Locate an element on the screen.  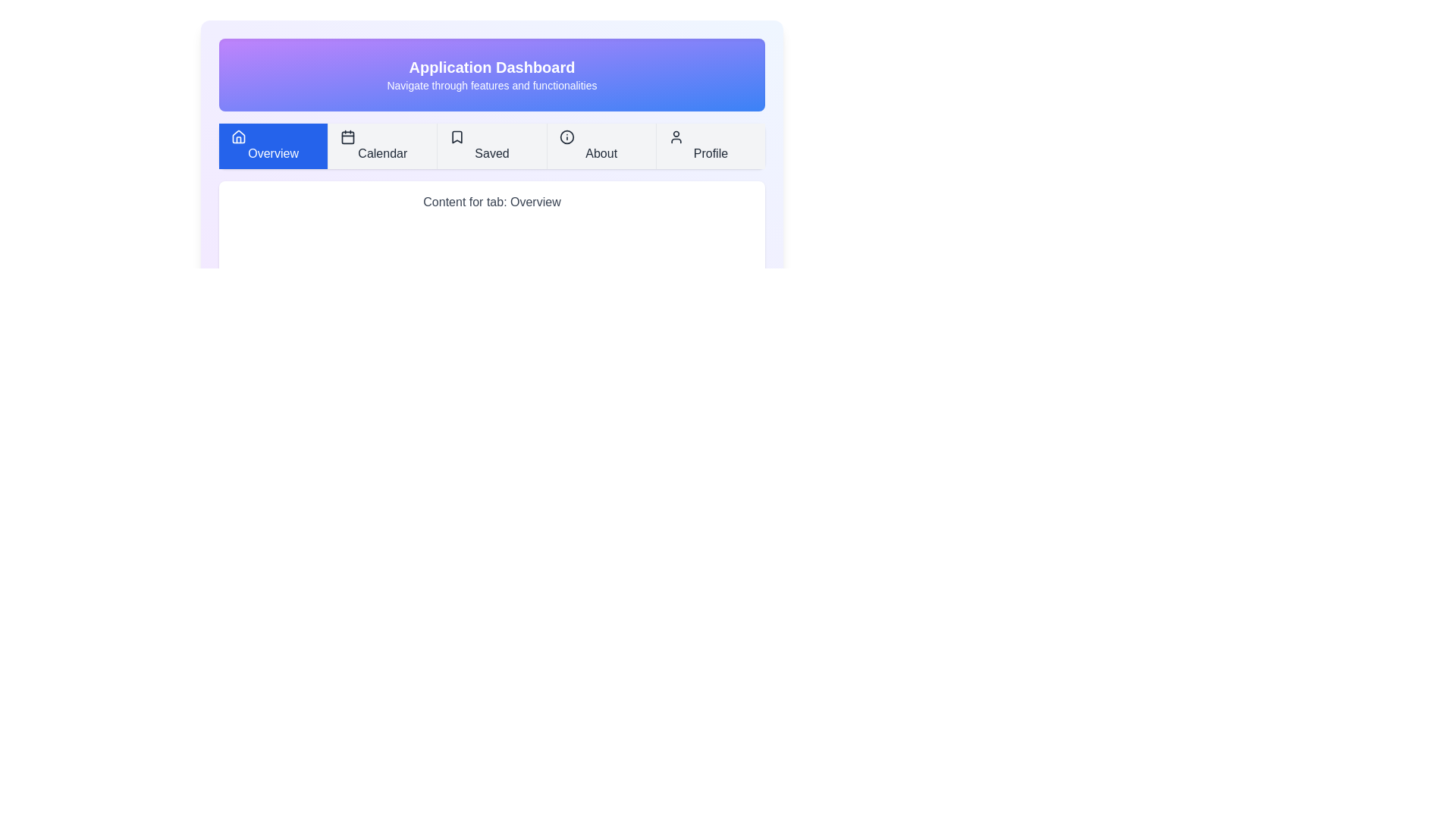
the 'Saved' tab in the segmented tab bar located below the 'Application Dashboard' header is located at coordinates (491, 146).